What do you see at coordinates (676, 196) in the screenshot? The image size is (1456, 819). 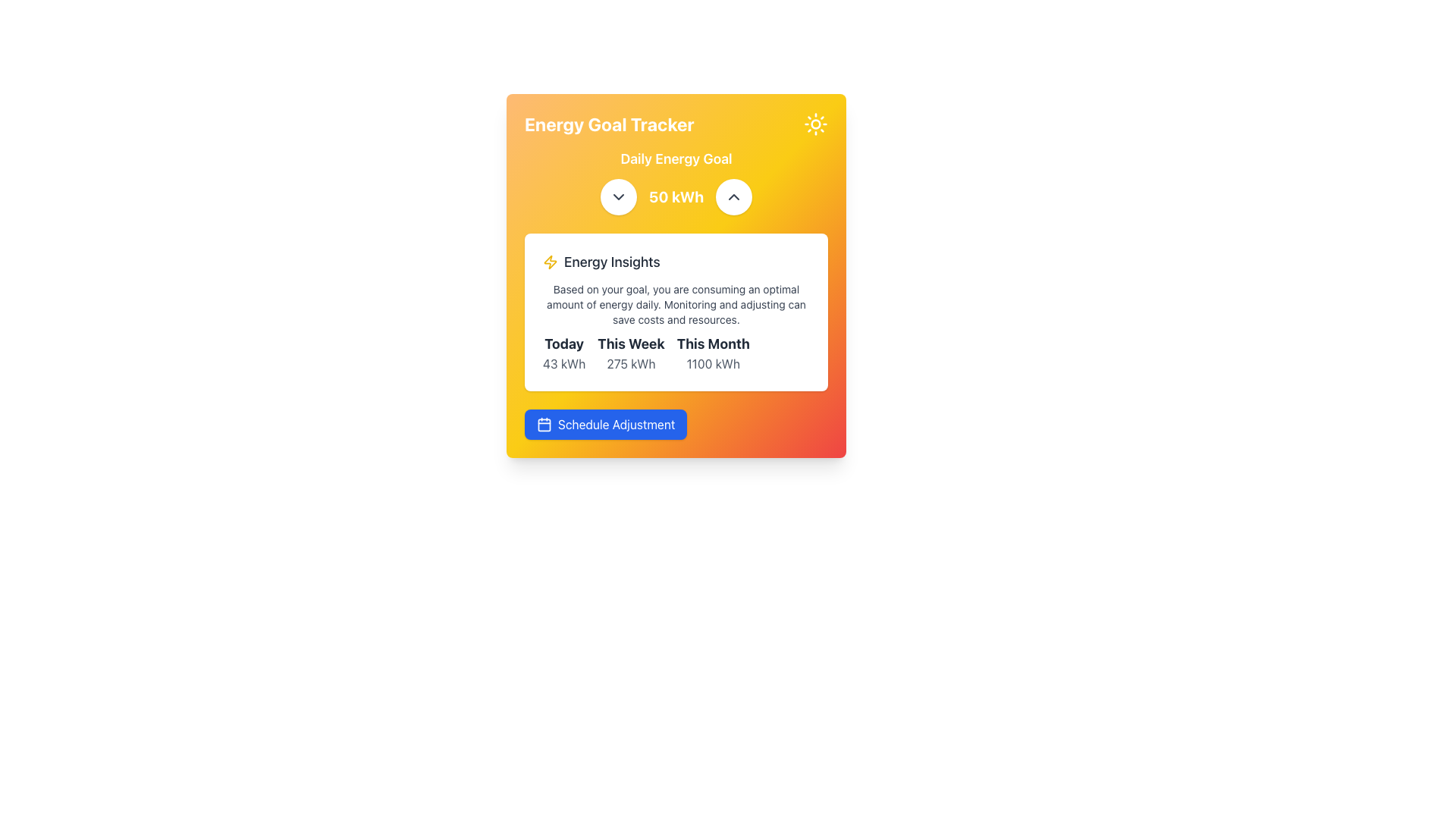 I see `the read-only Text Label that displays the current setting of the daily energy goal, located within the 'Daily Energy Goal' section, between two circular arrow buttons` at bounding box center [676, 196].